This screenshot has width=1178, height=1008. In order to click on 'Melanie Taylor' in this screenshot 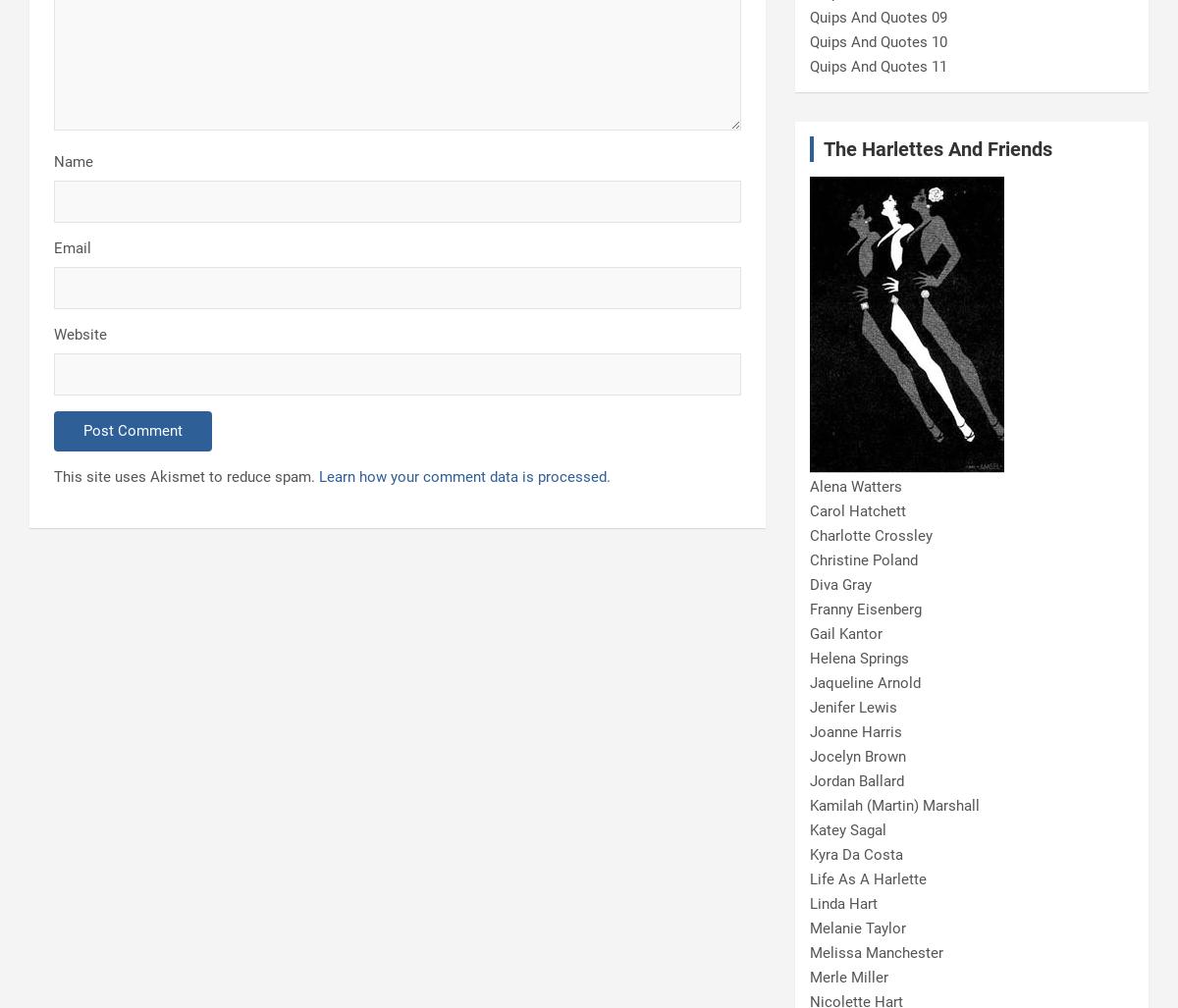, I will do `click(856, 928)`.